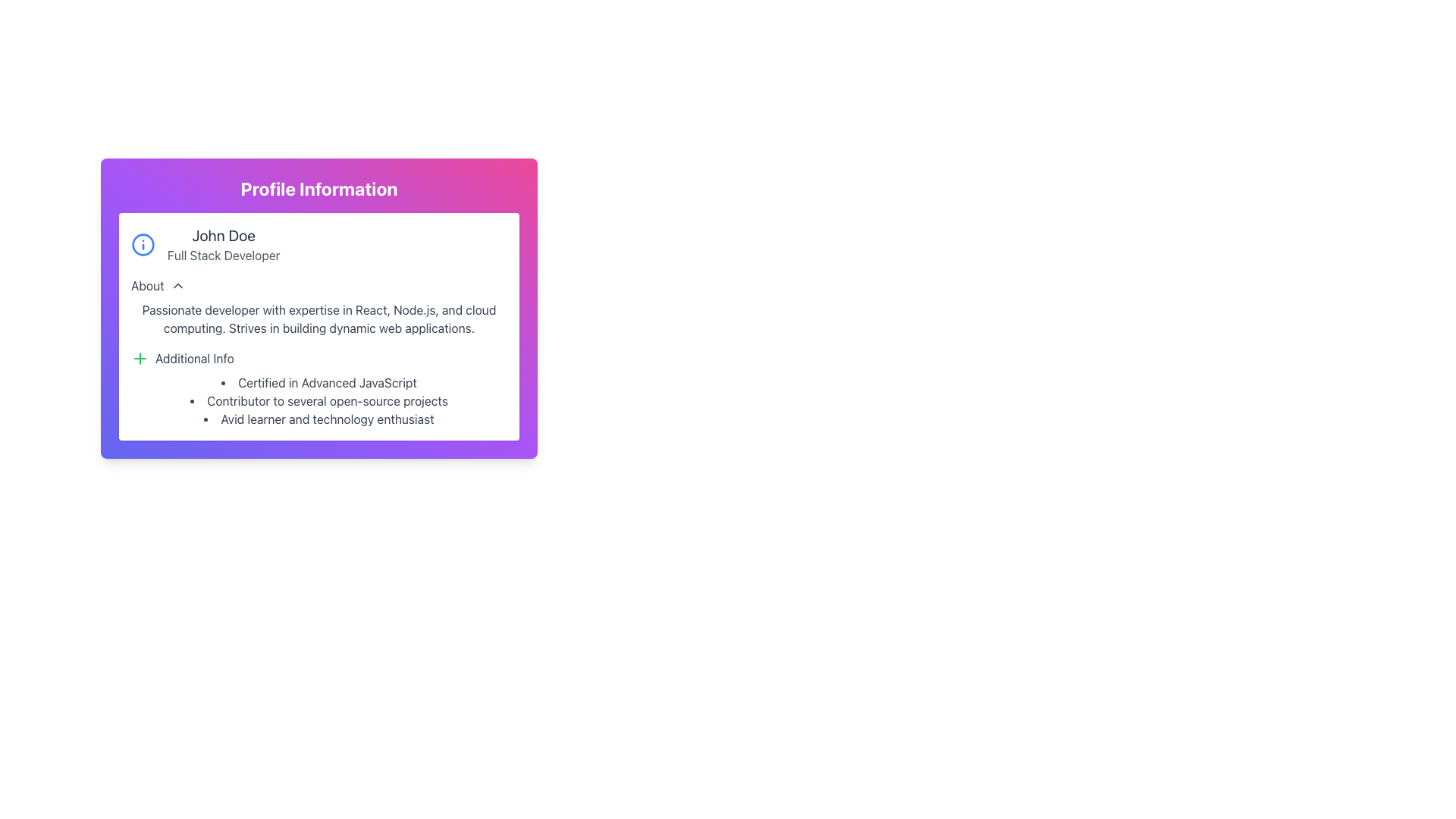 The height and width of the screenshot is (819, 1456). I want to click on information provided in the text block titled 'Additional Info', which includes bullet points about credentials and interests, so click(318, 388).